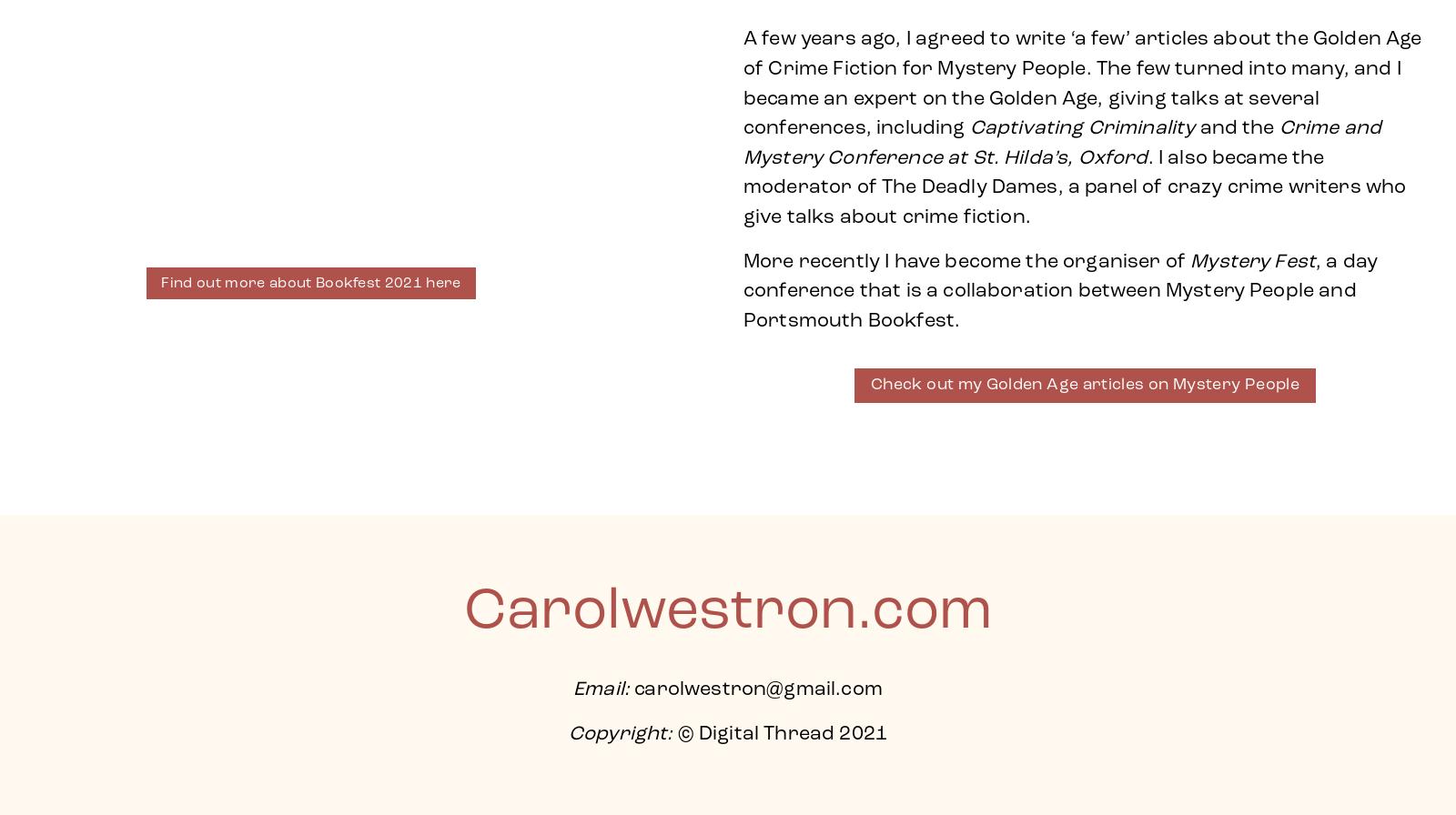 This screenshot has width=1456, height=815. What do you see at coordinates (620, 734) in the screenshot?
I see `'Copyright:'` at bounding box center [620, 734].